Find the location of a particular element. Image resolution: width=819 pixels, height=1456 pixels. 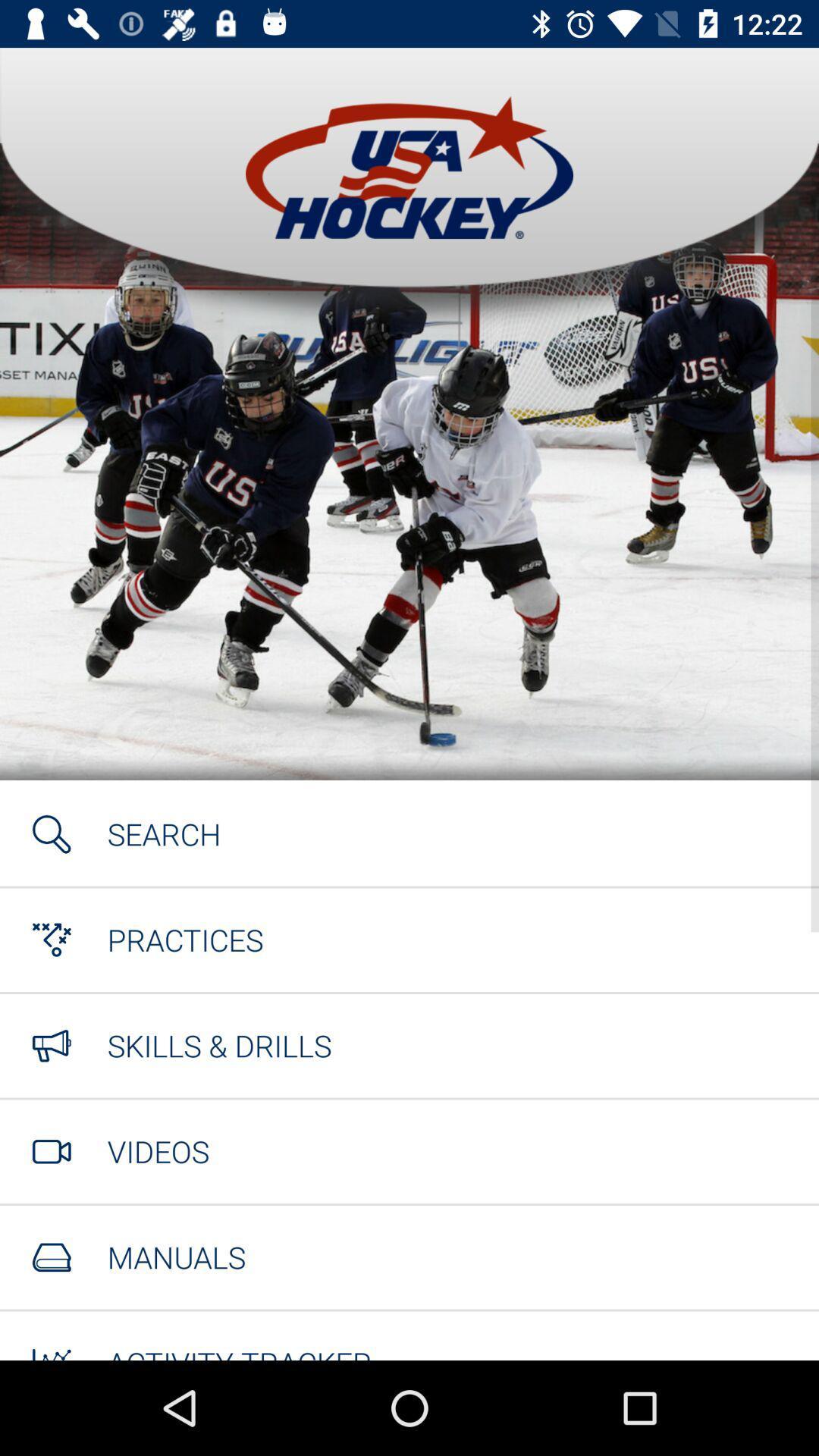

the icon below practices item is located at coordinates (219, 1044).